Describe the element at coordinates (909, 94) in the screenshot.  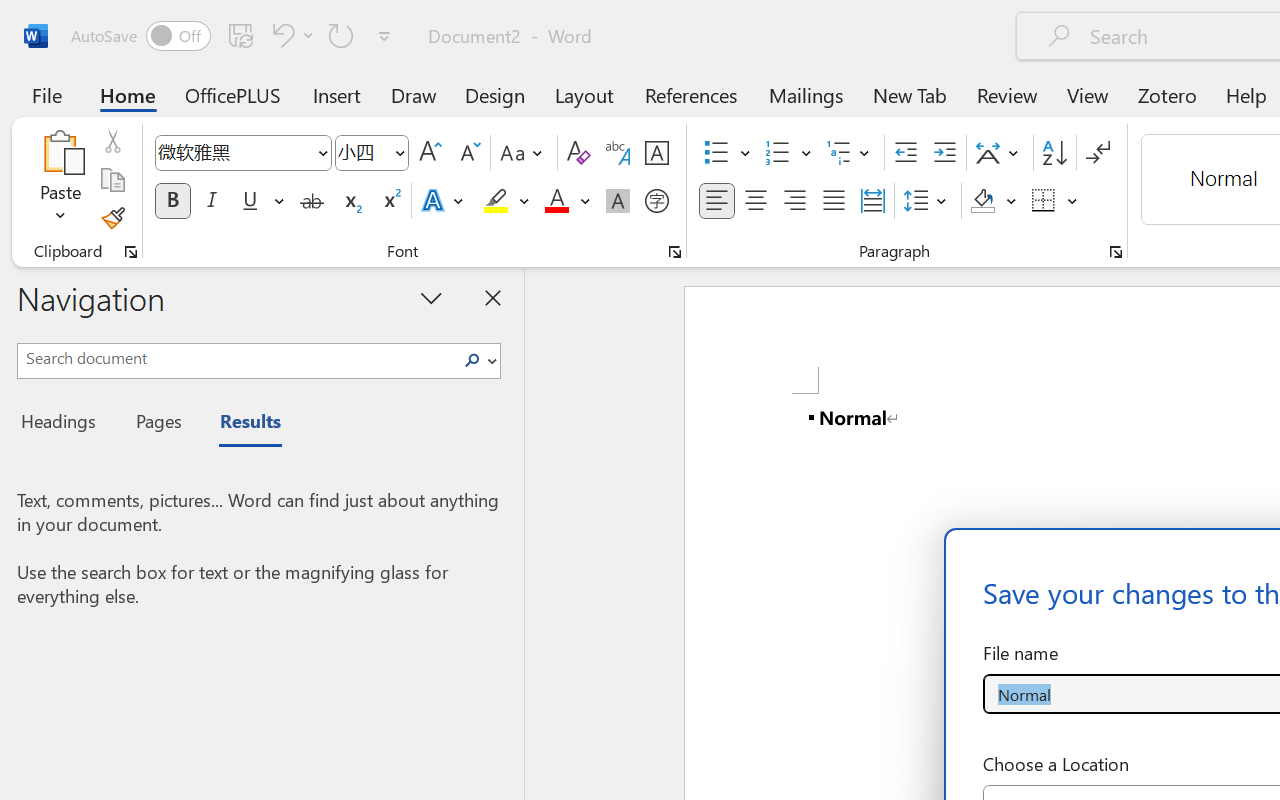
I see `'New Tab'` at that location.